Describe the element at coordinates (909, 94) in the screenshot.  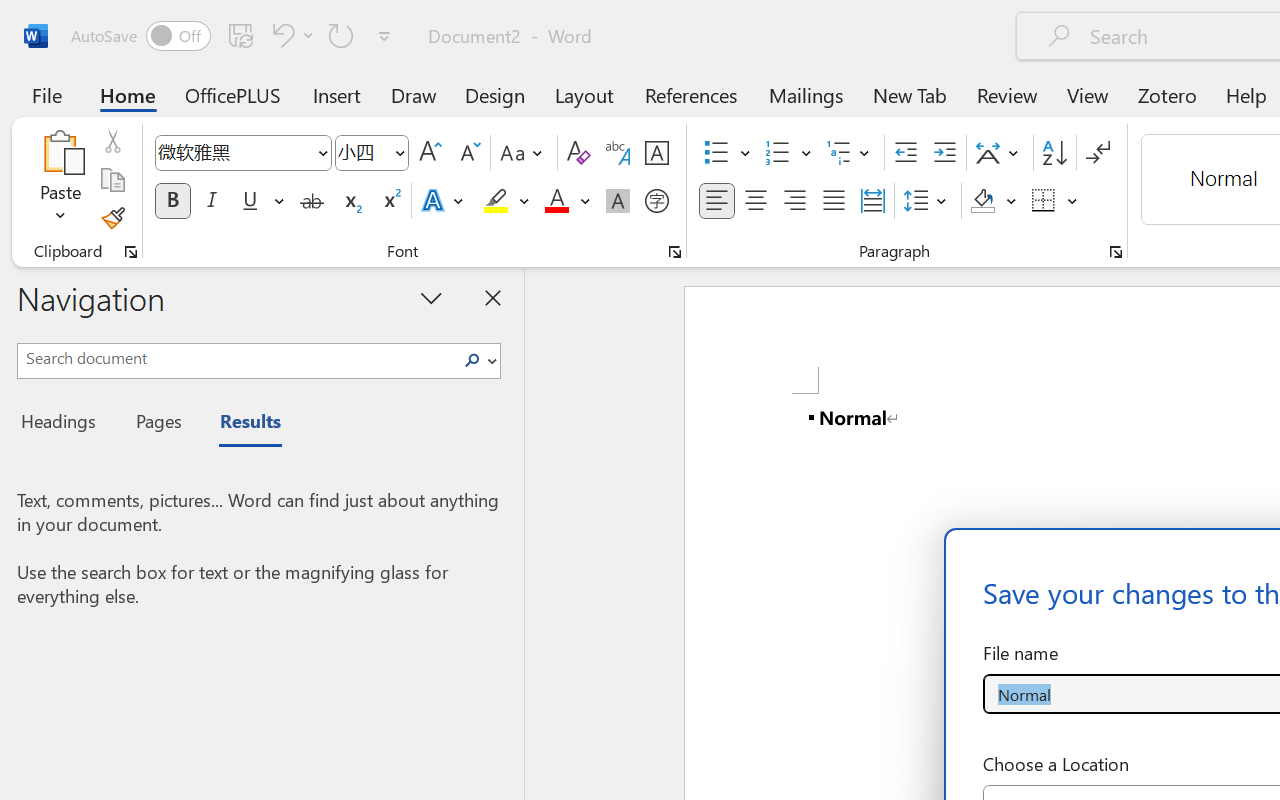
I see `'New Tab'` at that location.